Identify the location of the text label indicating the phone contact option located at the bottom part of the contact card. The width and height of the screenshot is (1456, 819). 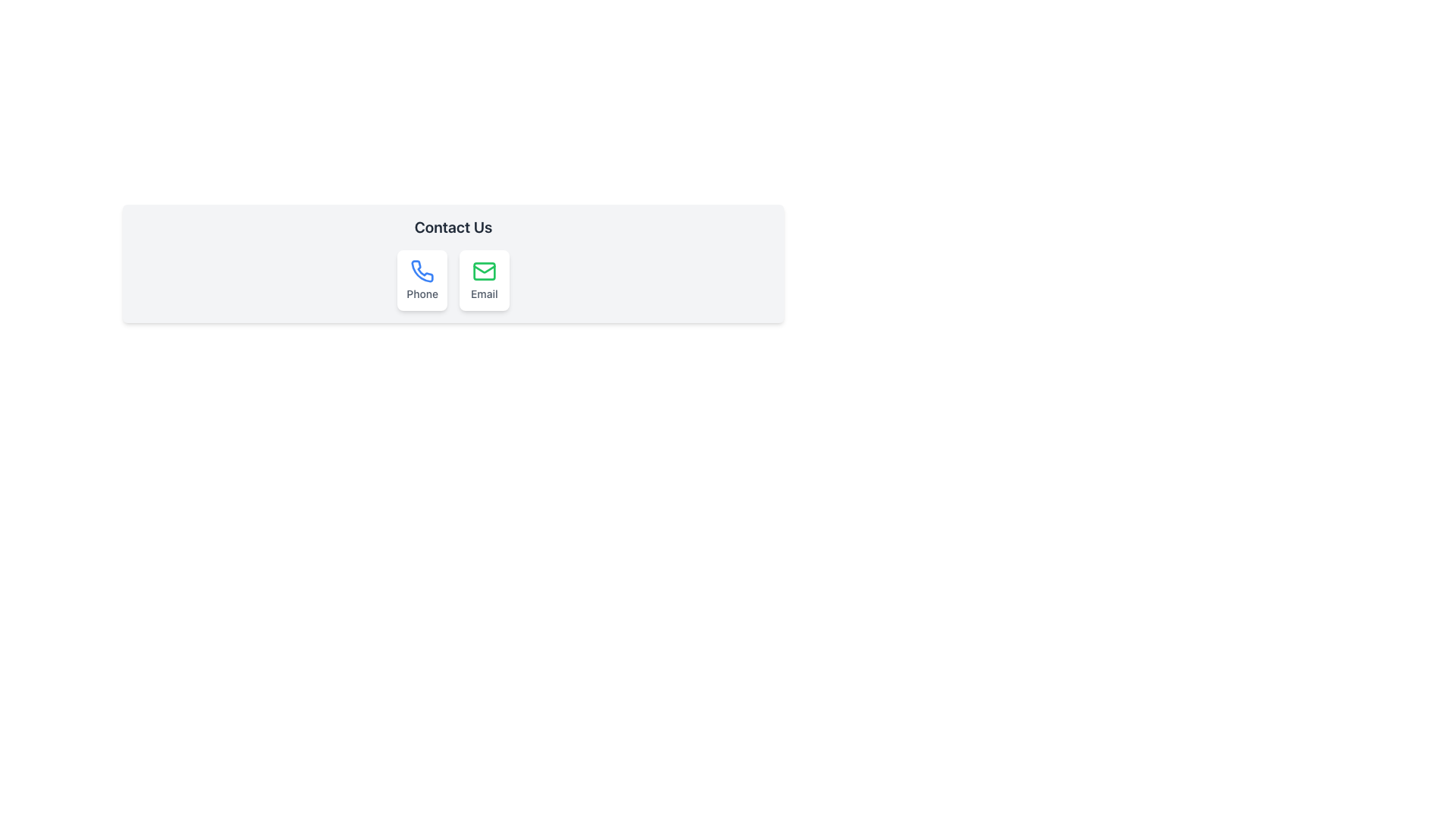
(422, 294).